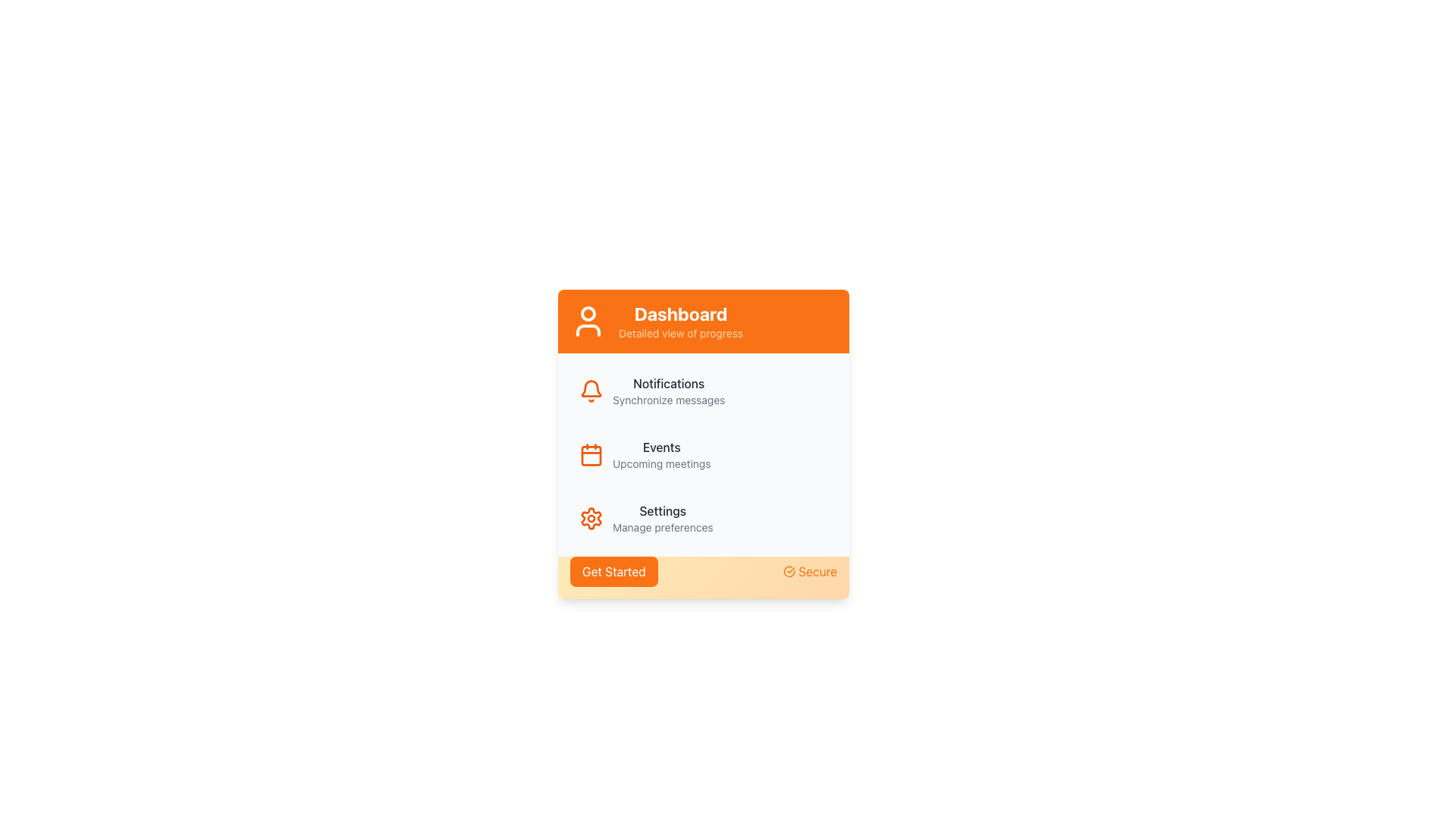 The width and height of the screenshot is (1456, 819). Describe the element at coordinates (663, 526) in the screenshot. I see `the 'Manage preferences' text label located below the 'Settings' title in the lower middle section of the content card` at that location.